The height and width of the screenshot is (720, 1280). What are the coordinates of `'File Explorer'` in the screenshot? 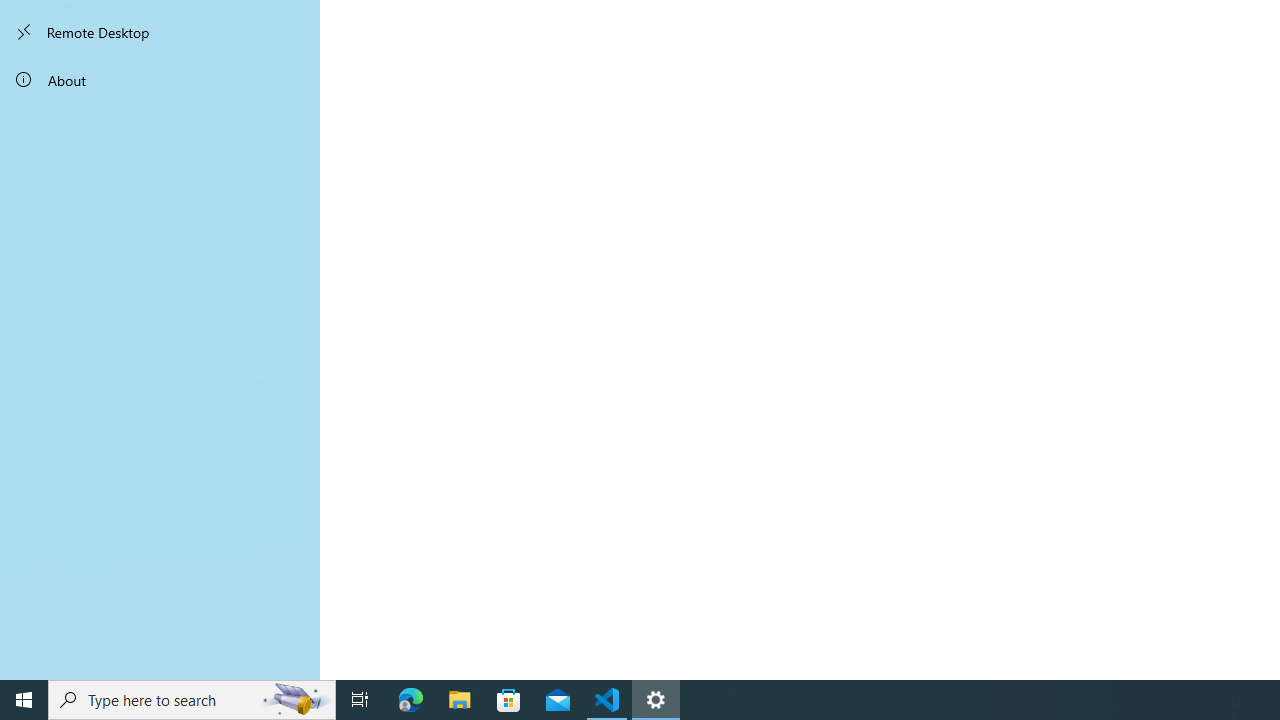 It's located at (459, 698).